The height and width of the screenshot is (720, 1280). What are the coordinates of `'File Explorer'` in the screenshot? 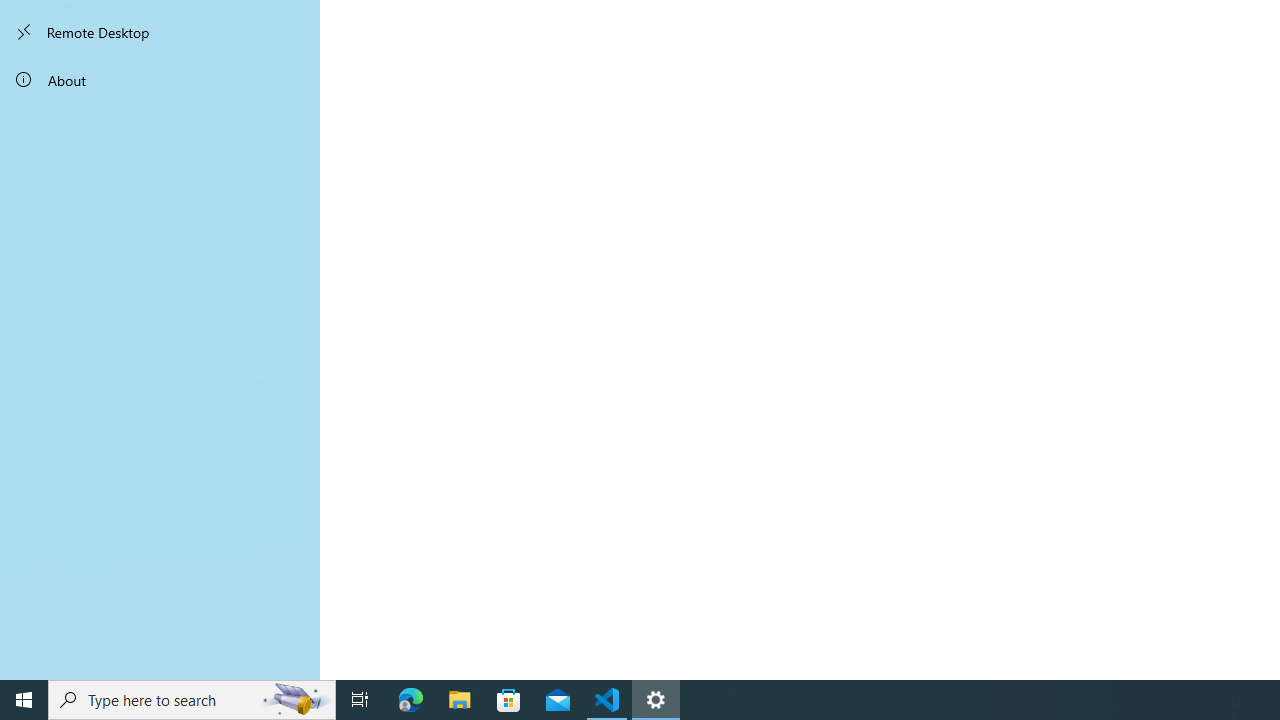 It's located at (459, 698).